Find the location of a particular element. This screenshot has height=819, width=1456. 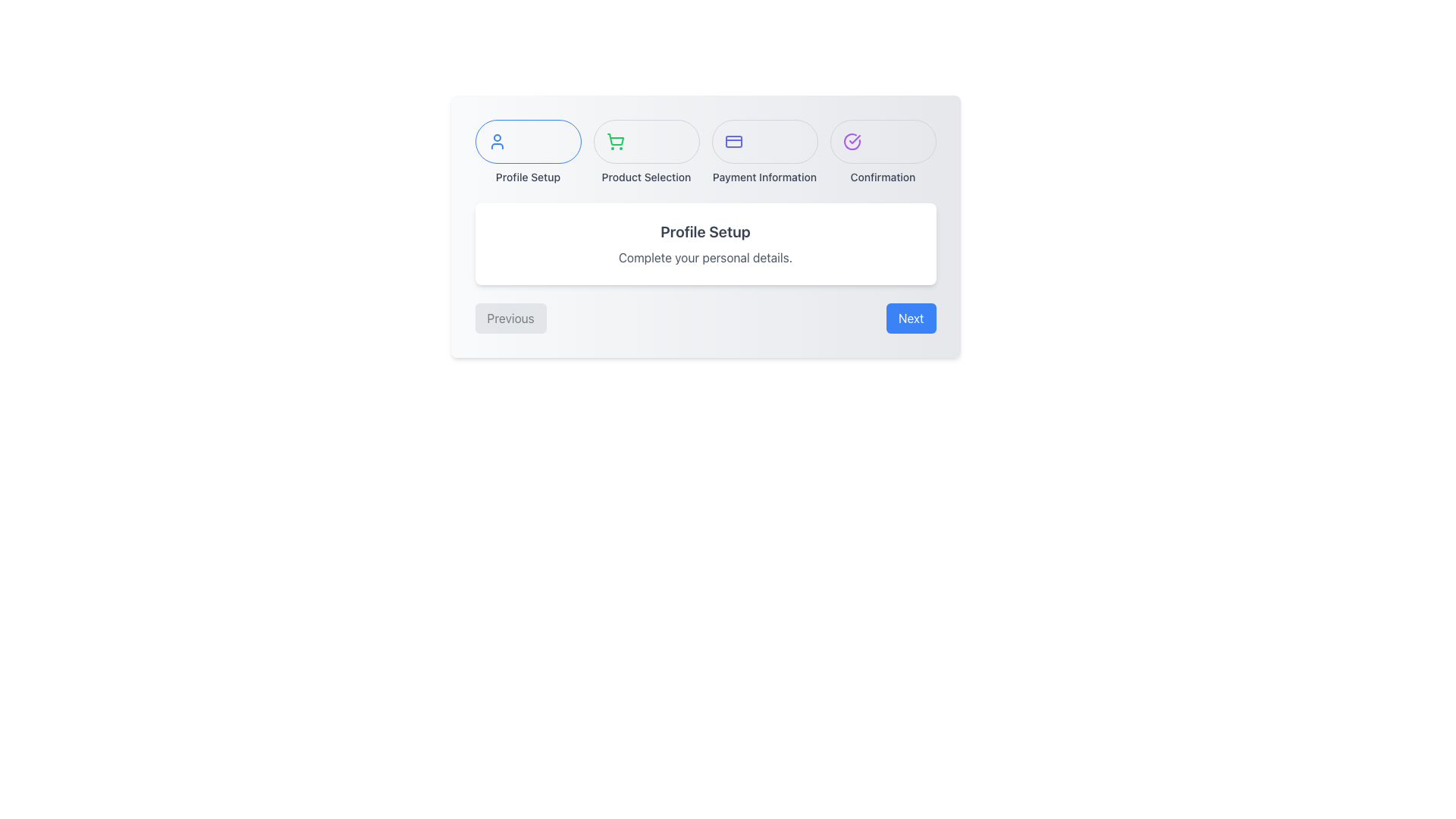

the 'Product Selection' label, which is located below the shopping cart icon and between 'Profile Setup' and 'Payment Information' in the multi-step navigation component is located at coordinates (646, 177).